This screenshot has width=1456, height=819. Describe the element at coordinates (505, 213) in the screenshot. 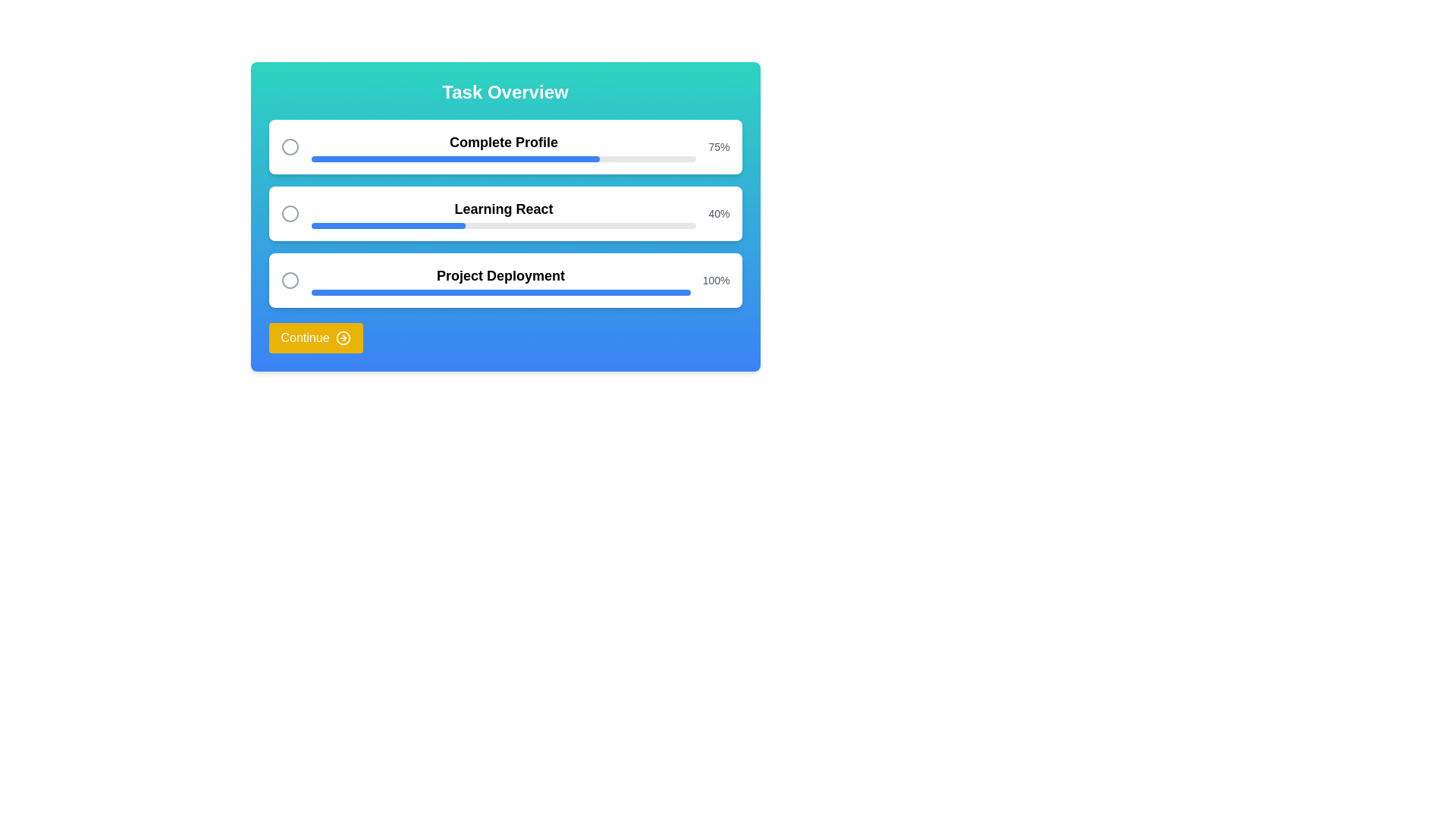

I see `the centrally located Progress bar group with labels and indicators that displays task completion levels, positioned below the 'Task Overview' title` at that location.